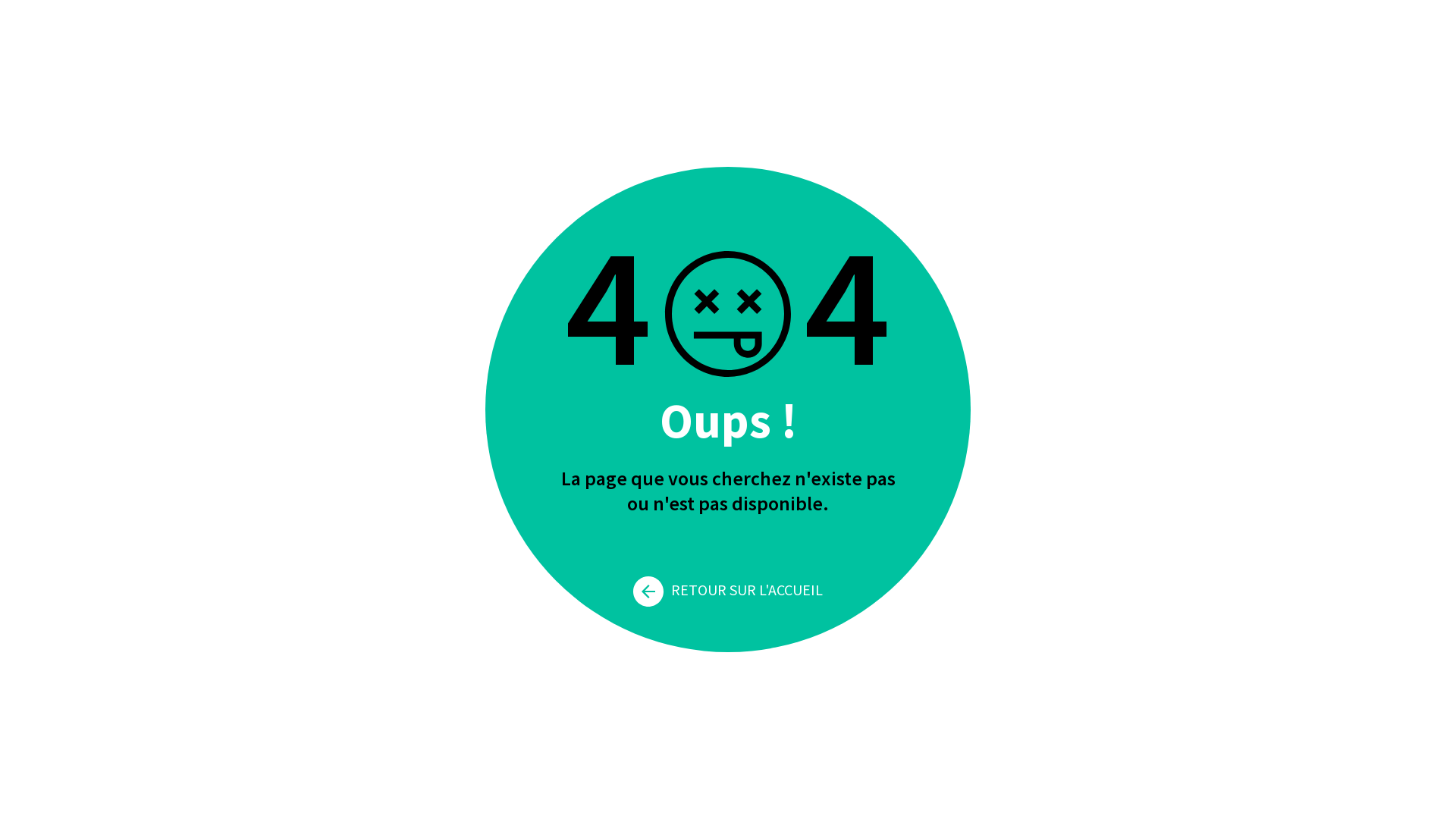  I want to click on 'RETOUR SUR L'ACCUEIL', so click(728, 588).